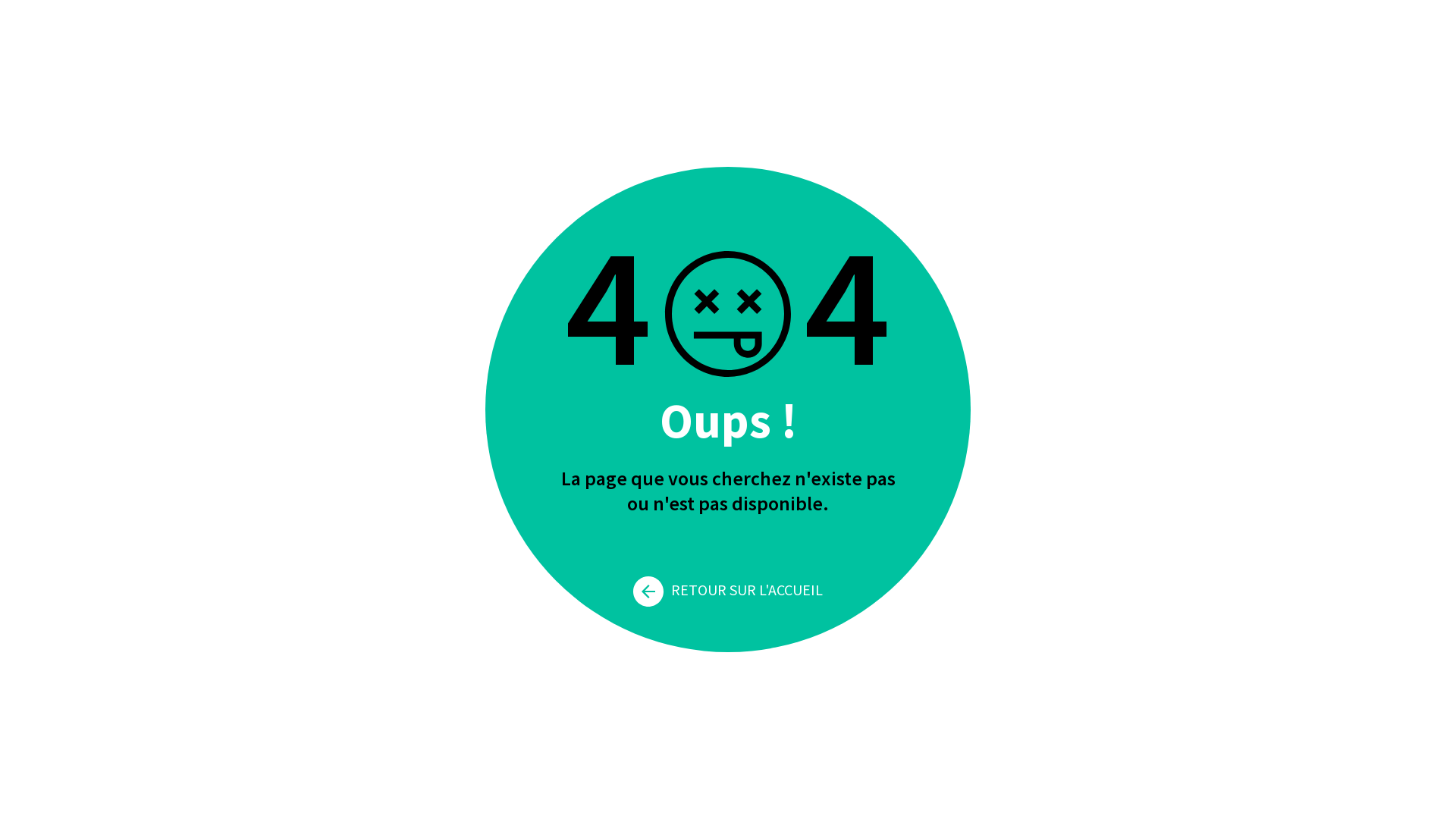  I want to click on 'RETOUR SUR L'ACCUEIL', so click(728, 588).